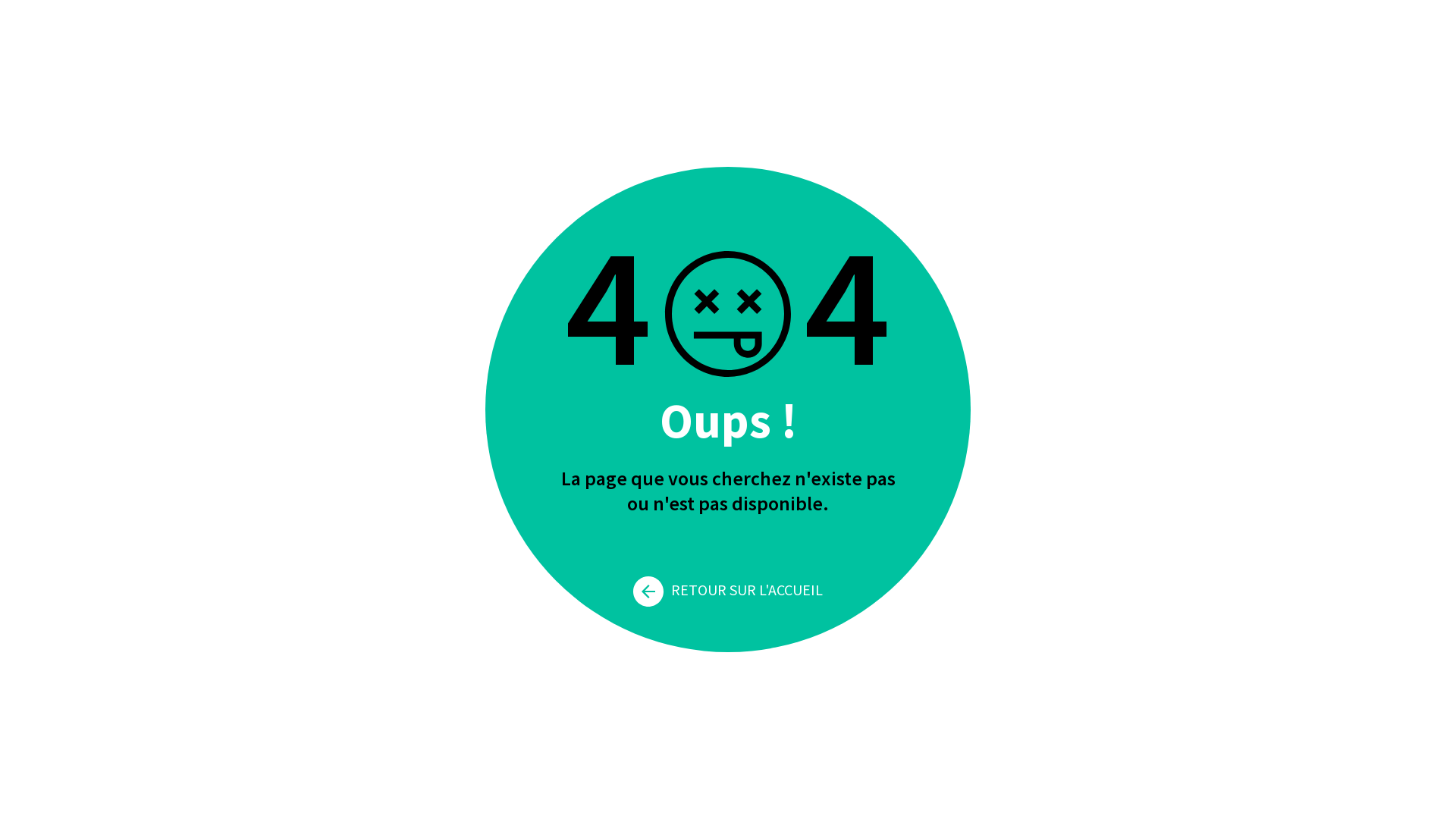  I want to click on 'RETOUR SUR L'ACCUEIL', so click(728, 588).